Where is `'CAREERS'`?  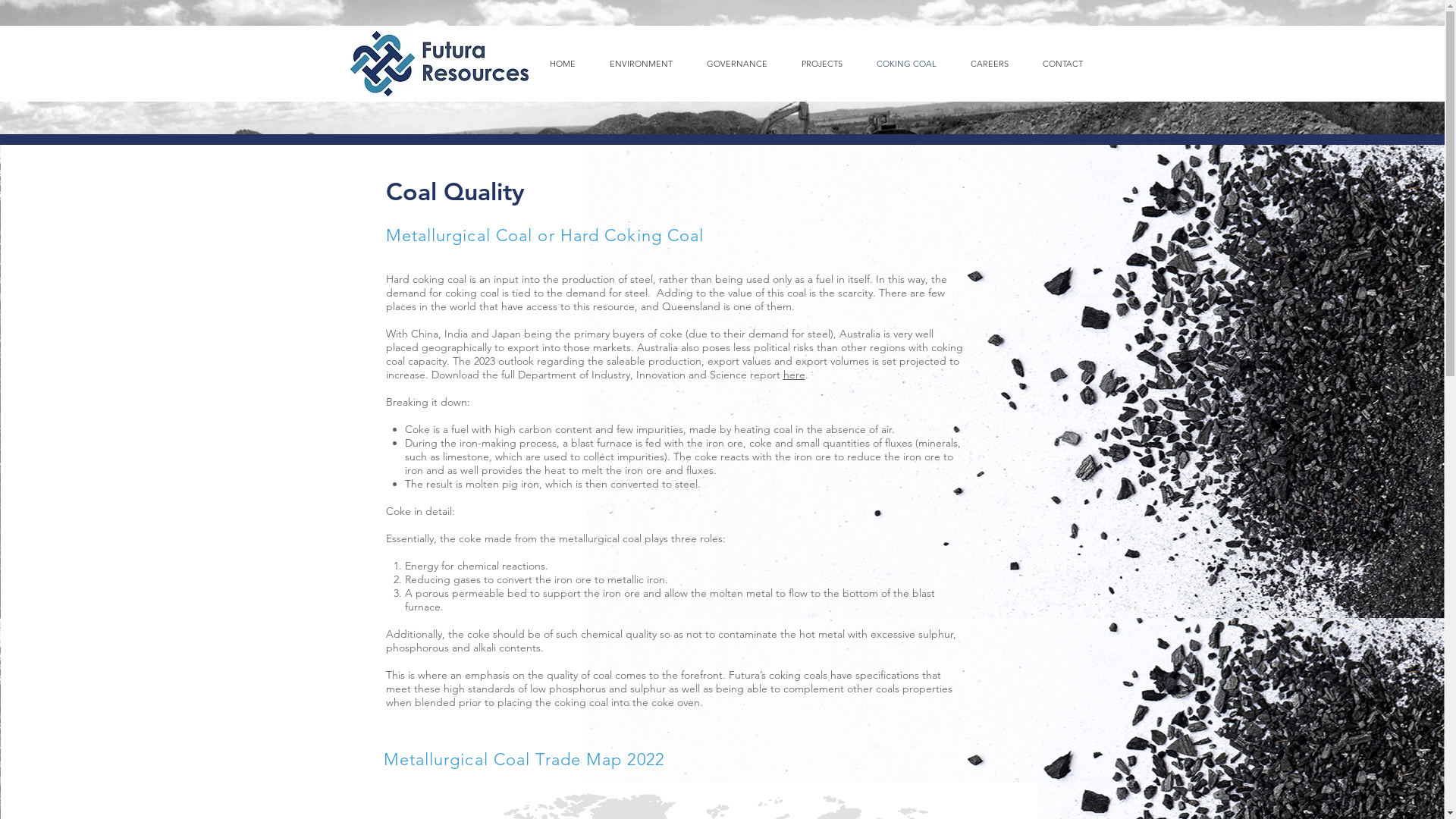
'CAREERS' is located at coordinates (990, 63).